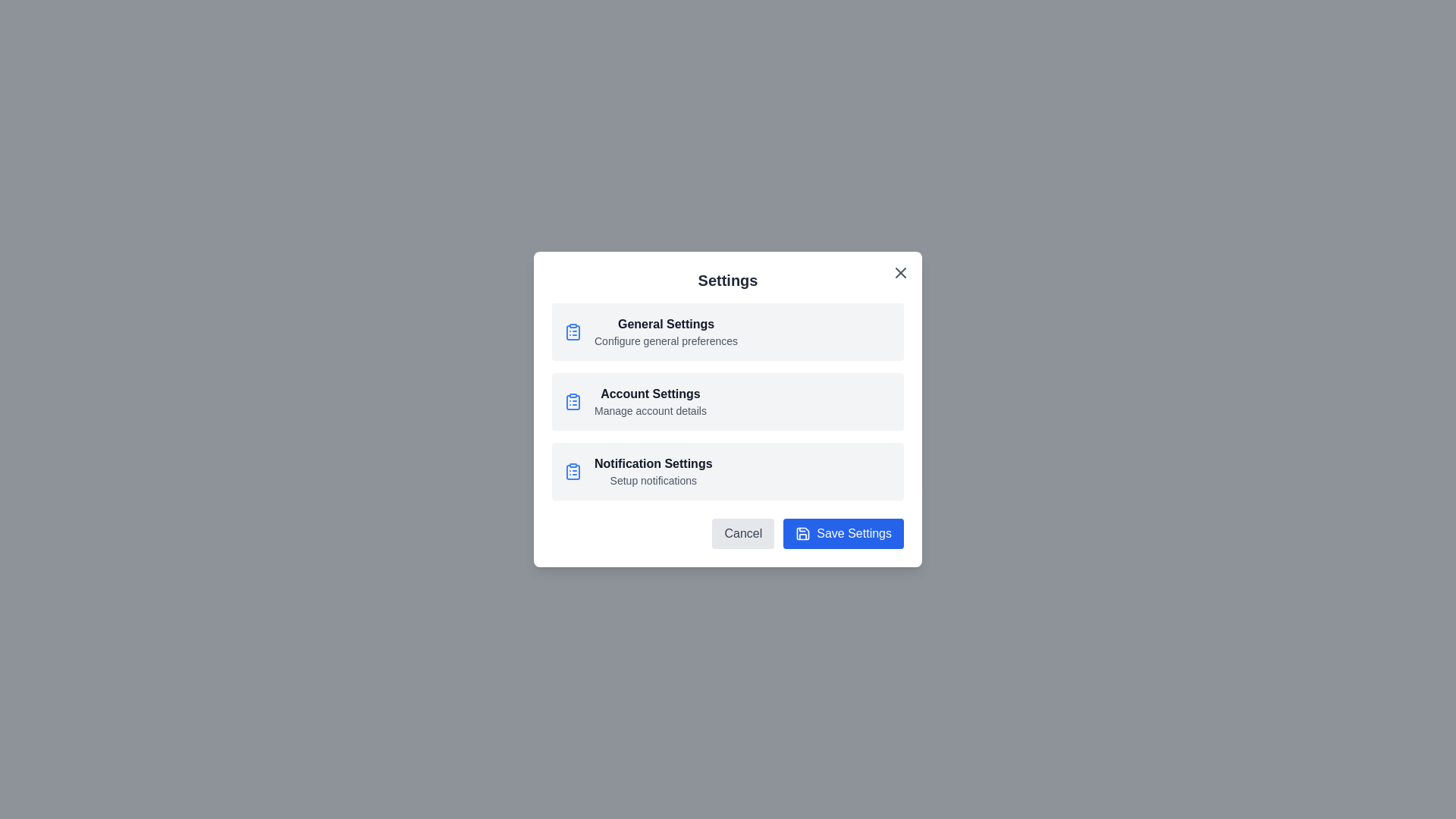 This screenshot has height=819, width=1456. I want to click on the 'Notification Settings' static text panel, which displays 'Notification Settings' in bold dark style and 'Setup notifications' in smaller, lighter style, located in a modal interface as the third option in a vertically aligned list, so click(653, 470).